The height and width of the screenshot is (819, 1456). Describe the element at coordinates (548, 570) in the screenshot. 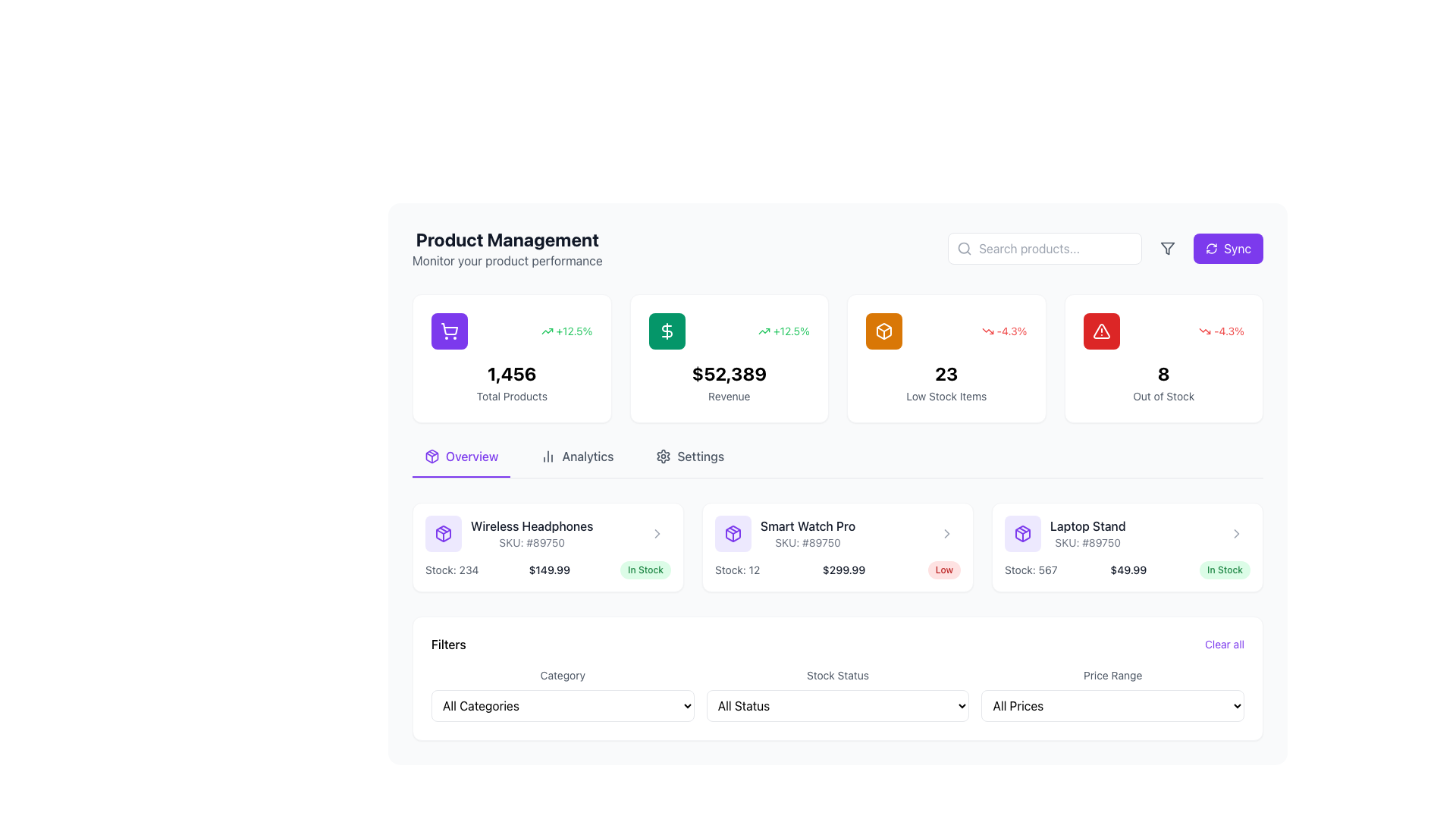

I see `the static text label displaying the price '$149.99' that is located within the 'Wireless Headphones' card, centered below the 'Stock: 234' label` at that location.